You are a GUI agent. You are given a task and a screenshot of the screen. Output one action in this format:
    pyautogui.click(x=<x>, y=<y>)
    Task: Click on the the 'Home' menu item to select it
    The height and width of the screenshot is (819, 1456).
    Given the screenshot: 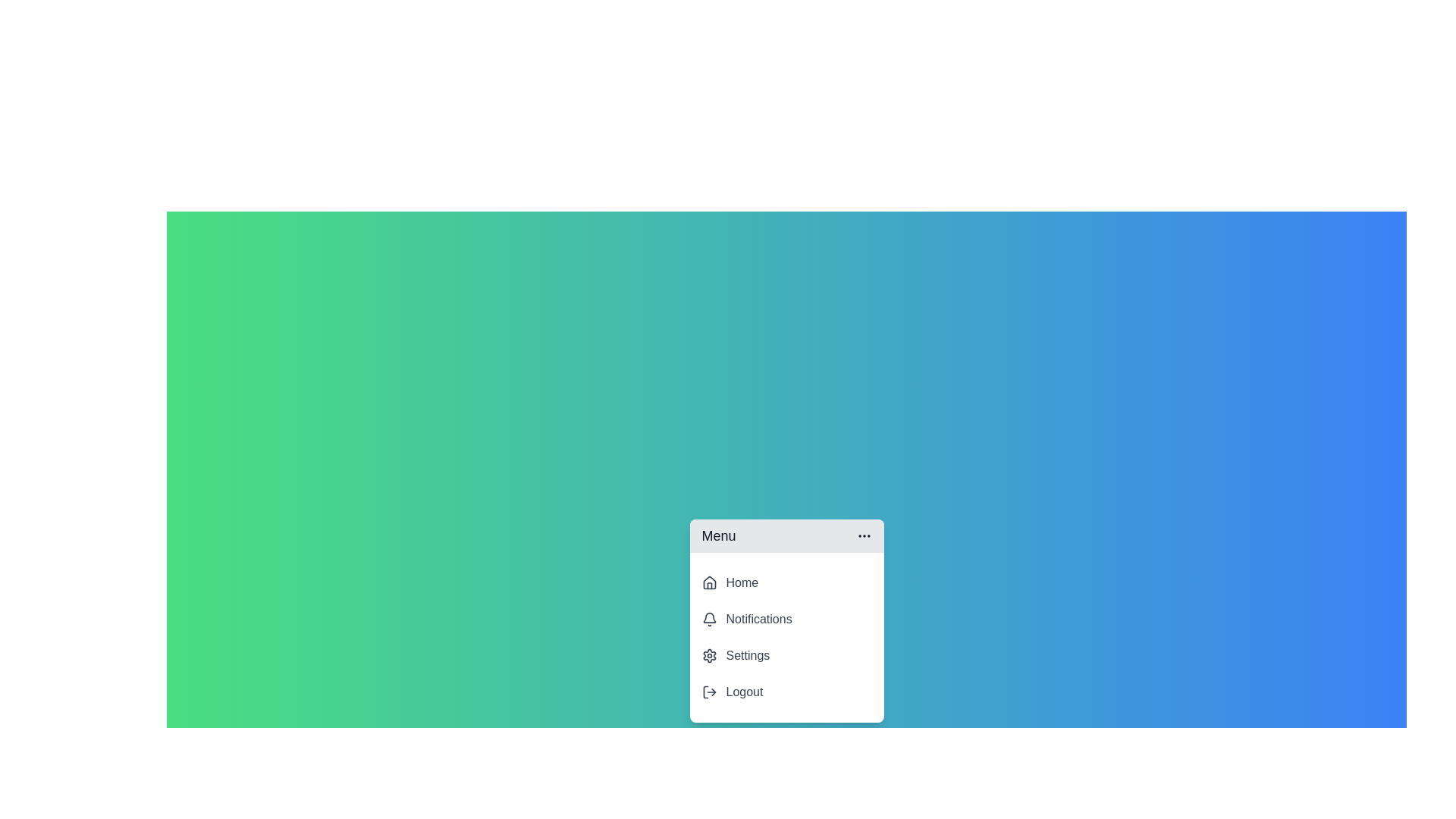 What is the action you would take?
    pyautogui.click(x=786, y=582)
    